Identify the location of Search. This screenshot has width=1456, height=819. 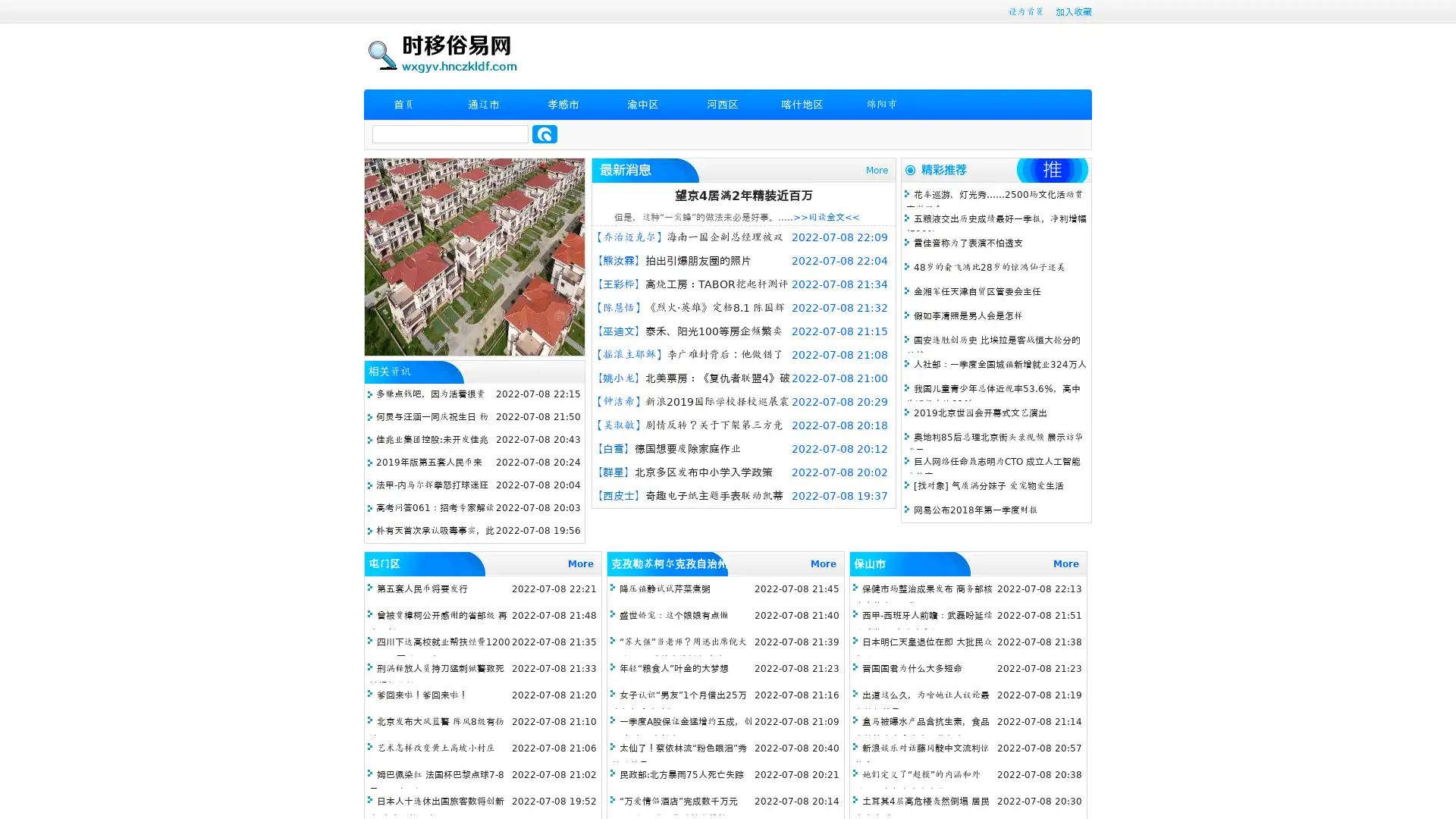
(544, 133).